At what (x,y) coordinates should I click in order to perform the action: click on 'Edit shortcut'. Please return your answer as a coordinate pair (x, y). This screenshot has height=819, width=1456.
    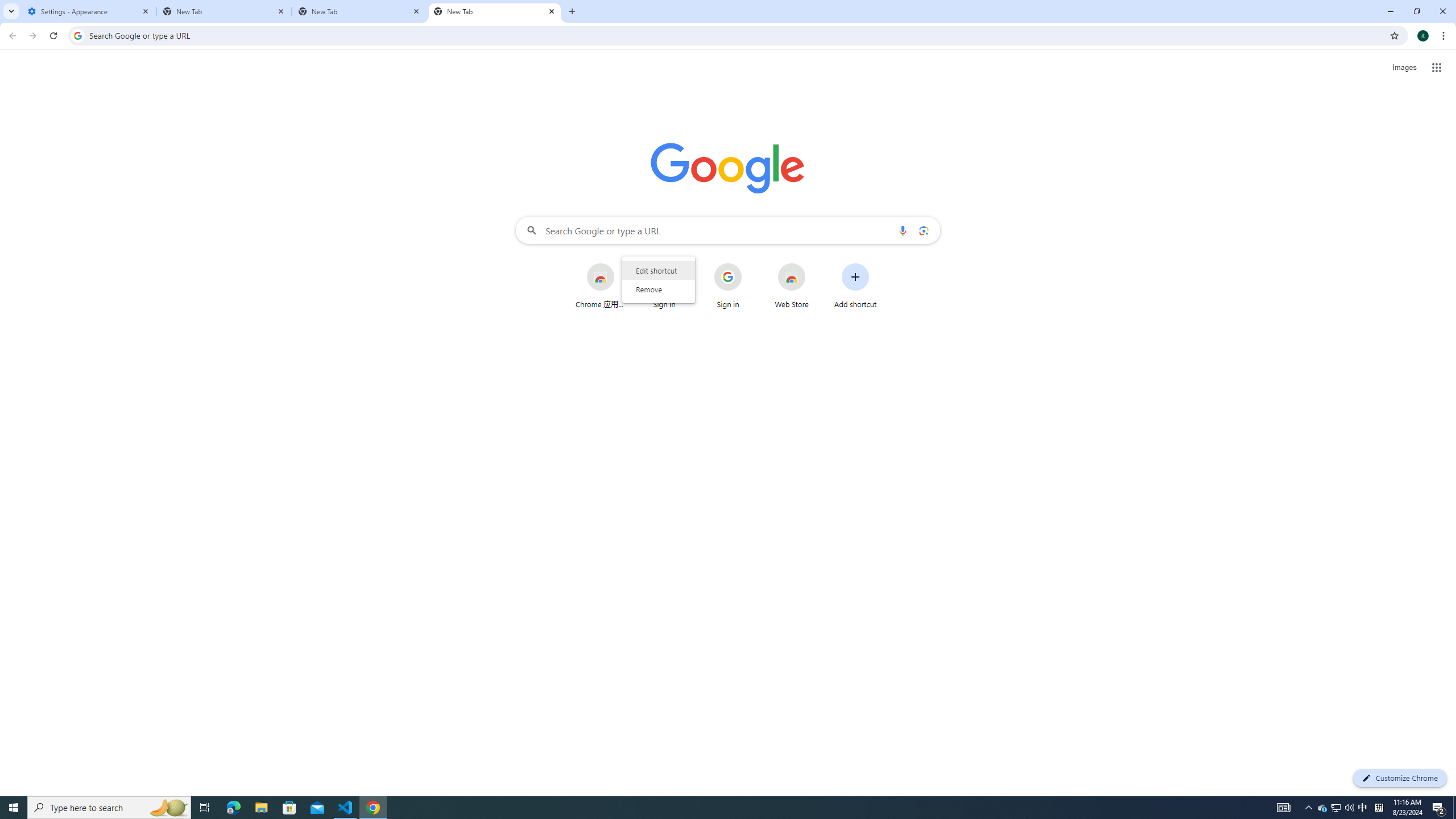
    Looking at the image, I should click on (658, 270).